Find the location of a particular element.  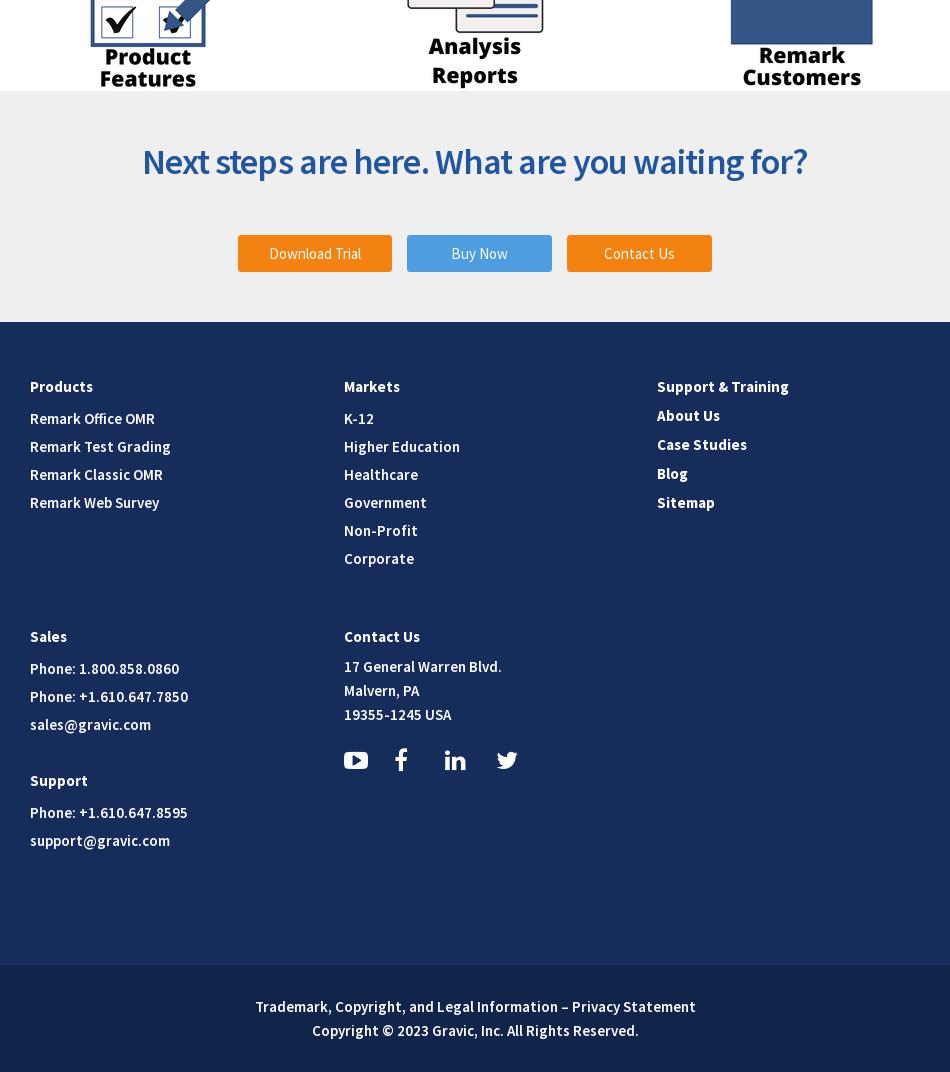

'Sales' is located at coordinates (48, 635).